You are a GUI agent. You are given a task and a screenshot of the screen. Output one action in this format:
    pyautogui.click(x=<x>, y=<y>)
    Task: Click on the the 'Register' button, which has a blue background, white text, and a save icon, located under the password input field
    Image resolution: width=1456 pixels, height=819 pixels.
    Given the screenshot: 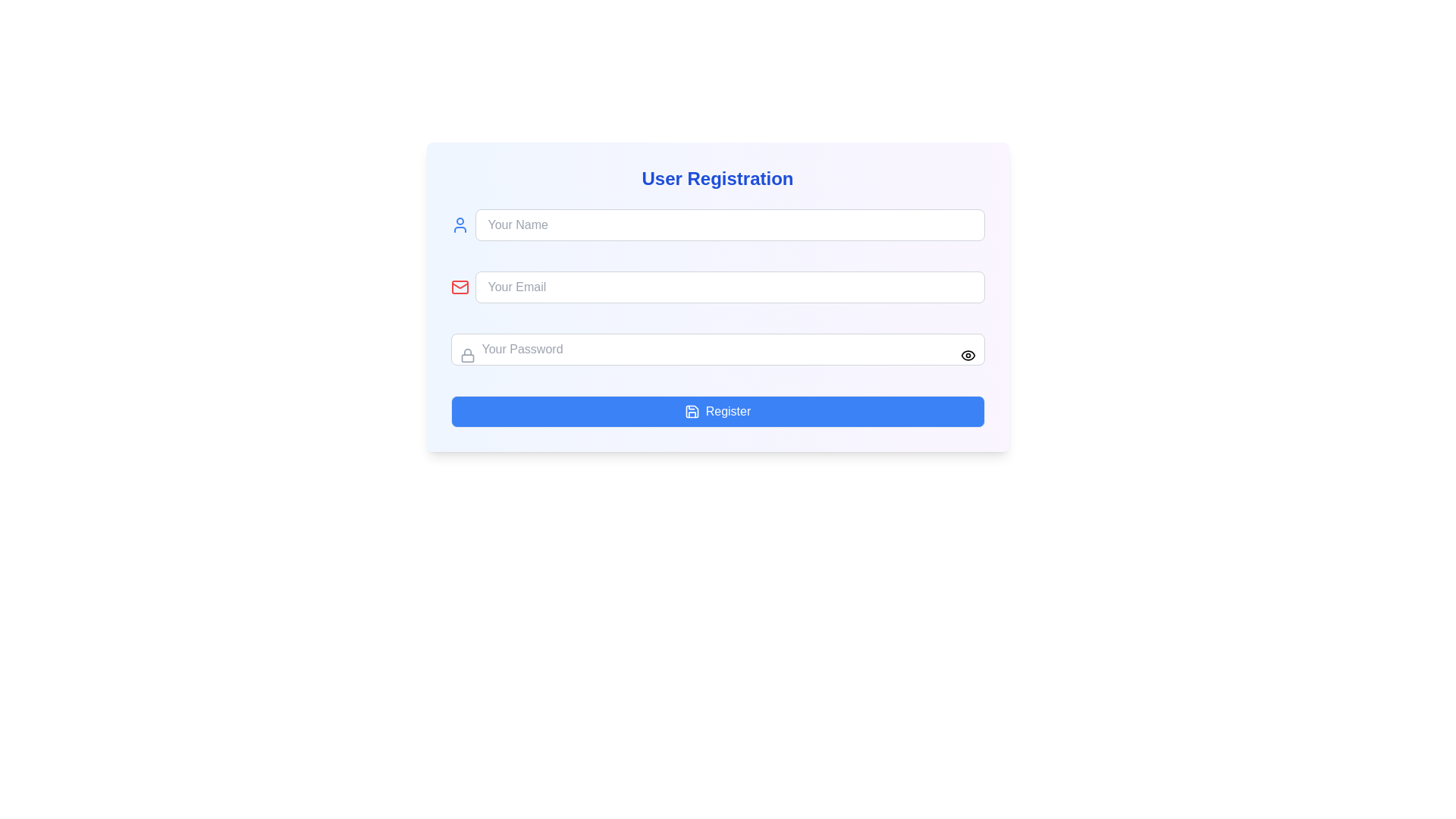 What is the action you would take?
    pyautogui.click(x=717, y=412)
    